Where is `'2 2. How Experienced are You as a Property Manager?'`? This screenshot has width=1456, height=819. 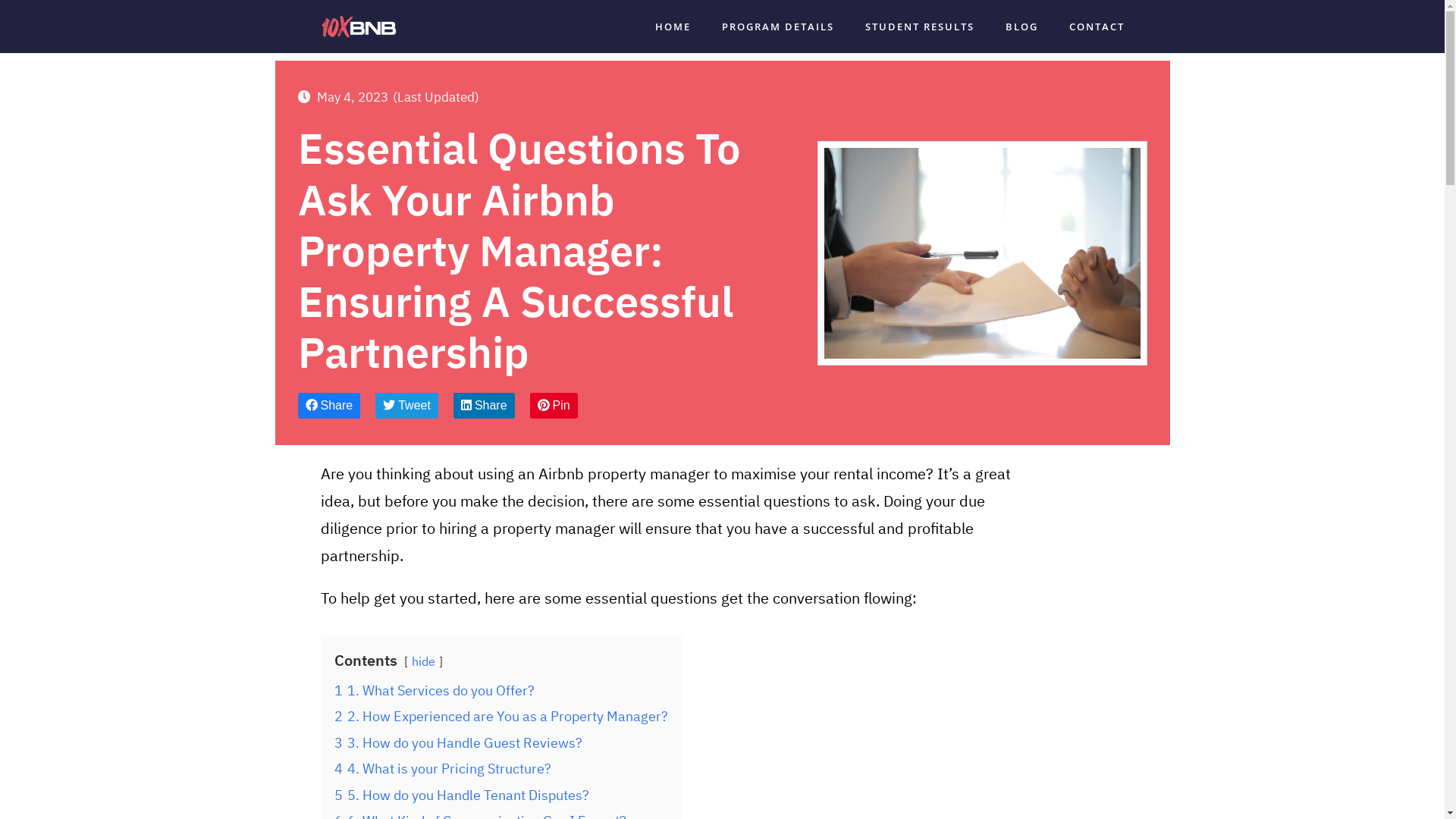
'2 2. How Experienced are You as a Property Manager?' is located at coordinates (500, 716).